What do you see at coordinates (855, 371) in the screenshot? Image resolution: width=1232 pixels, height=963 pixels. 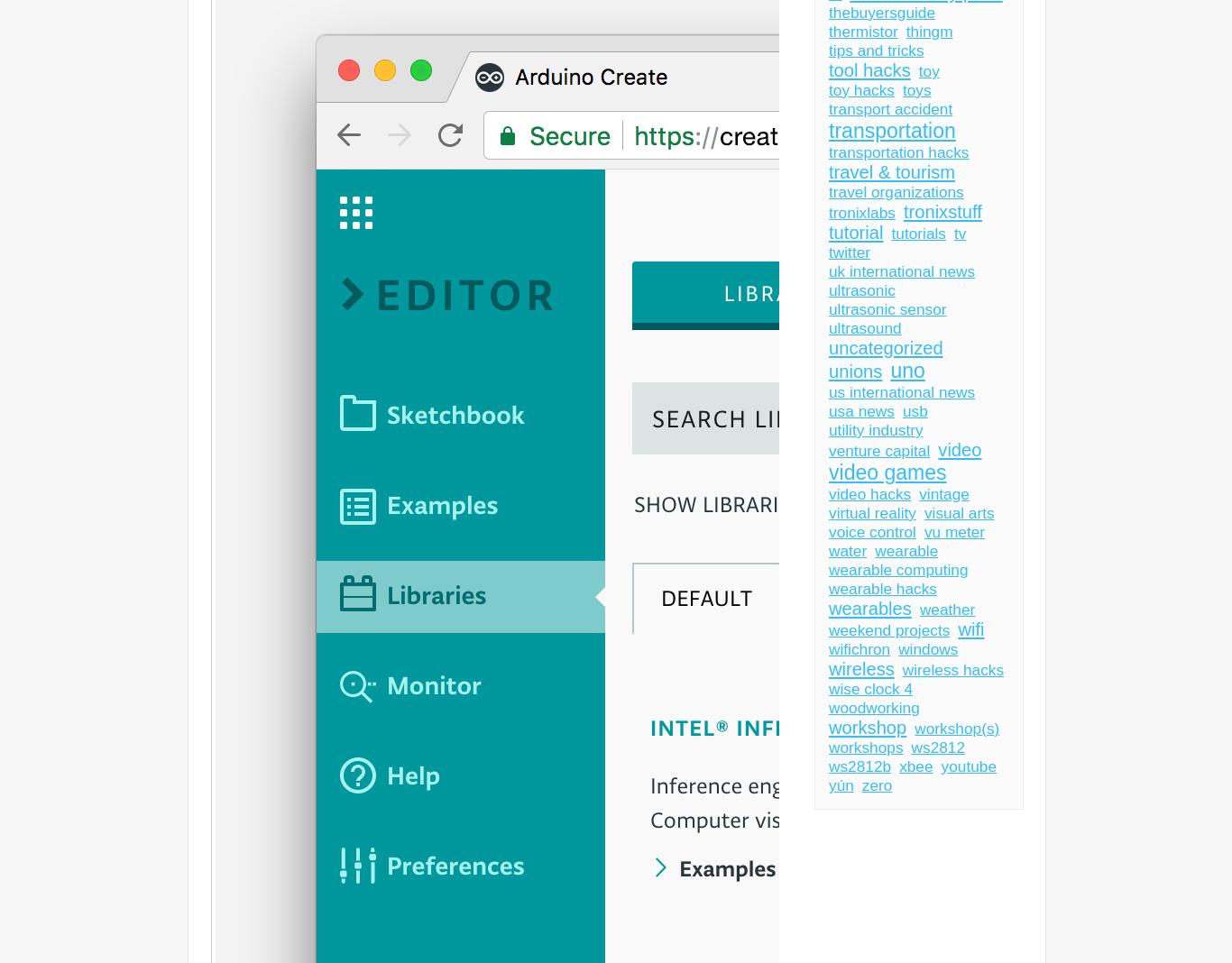 I see `'unions'` at bounding box center [855, 371].